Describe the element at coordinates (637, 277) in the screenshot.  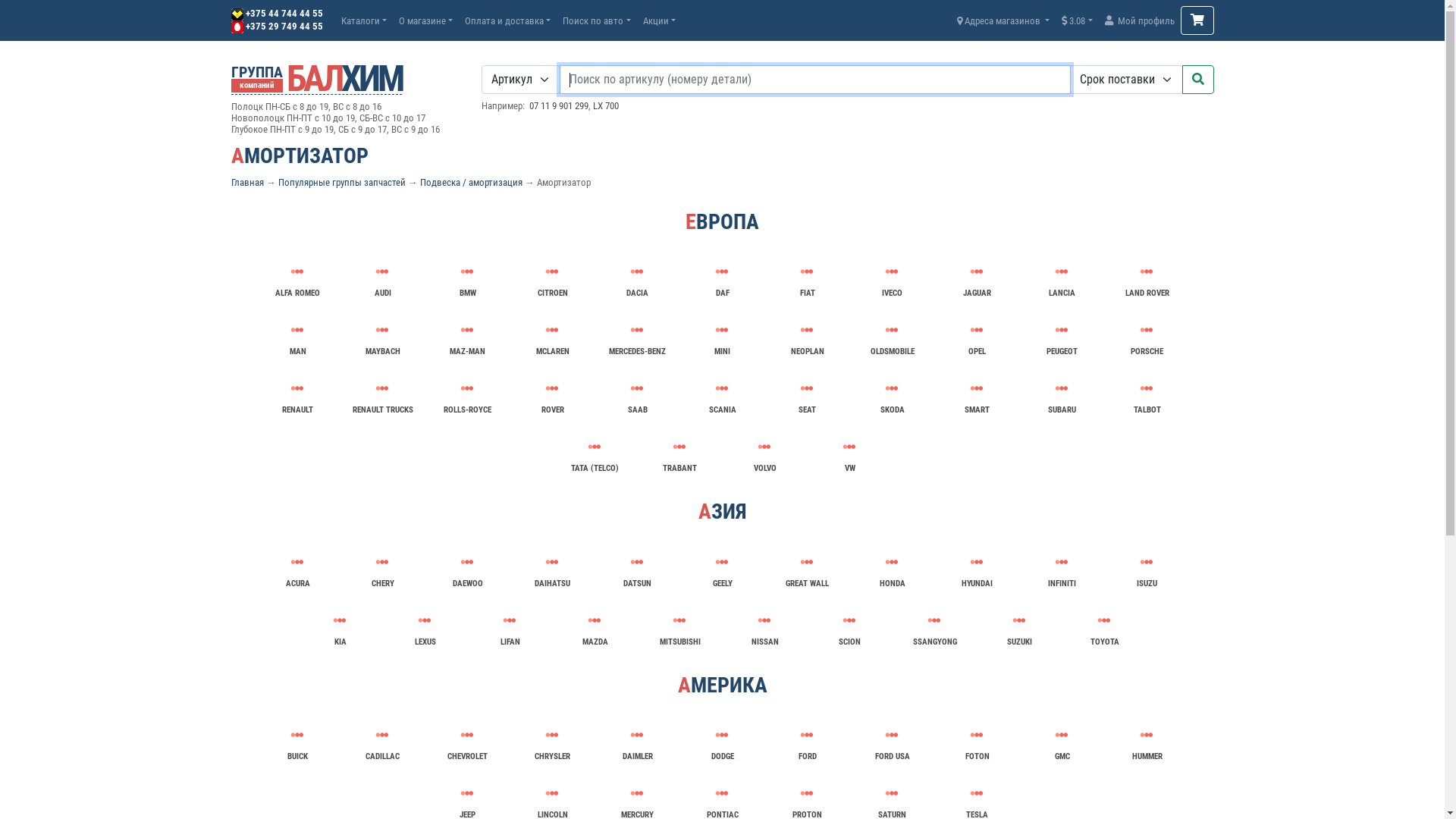
I see `'DACIA'` at that location.